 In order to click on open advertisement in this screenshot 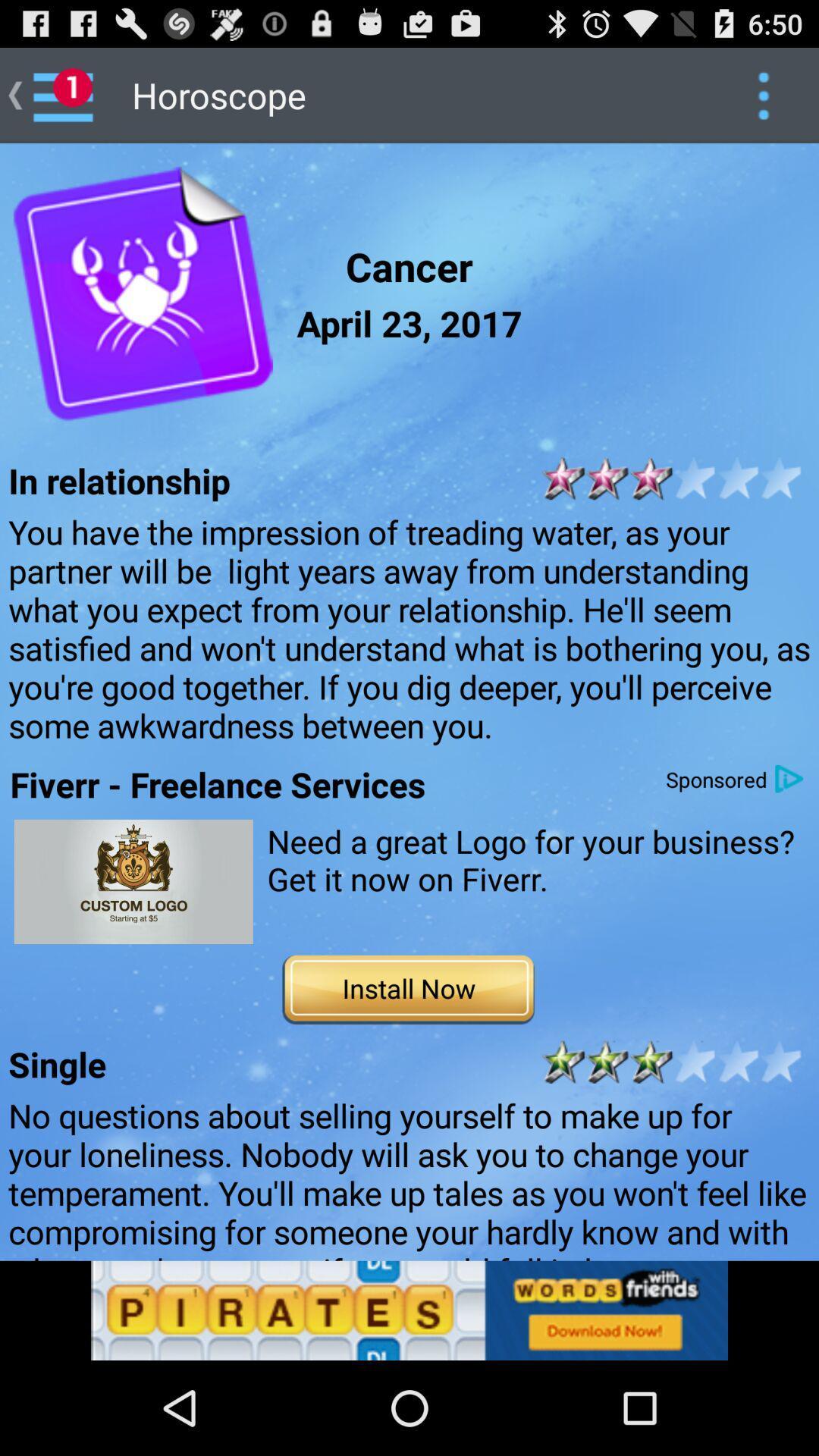, I will do `click(133, 881)`.